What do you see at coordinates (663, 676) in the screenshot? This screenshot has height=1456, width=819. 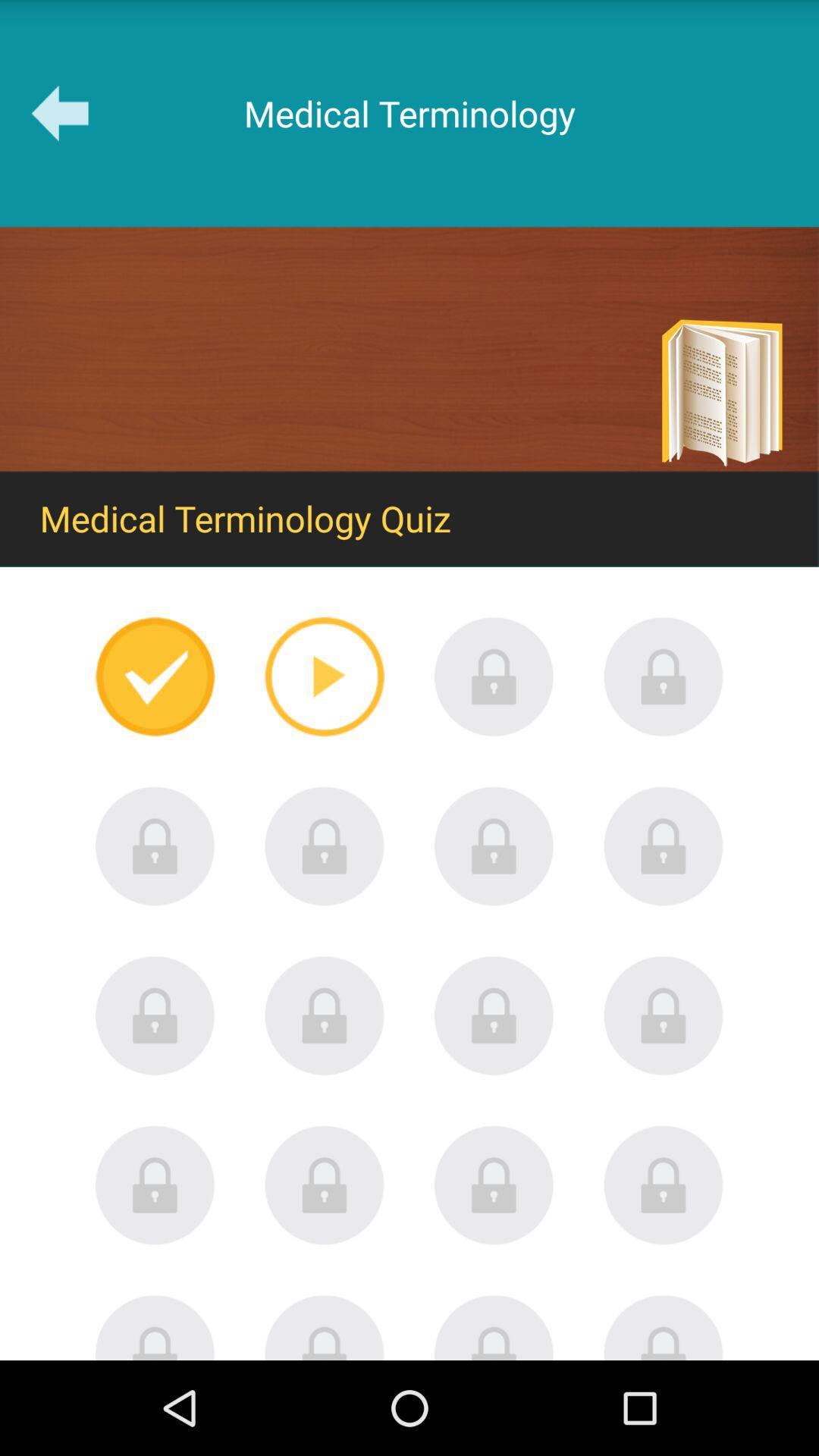 I see `level locked` at bounding box center [663, 676].